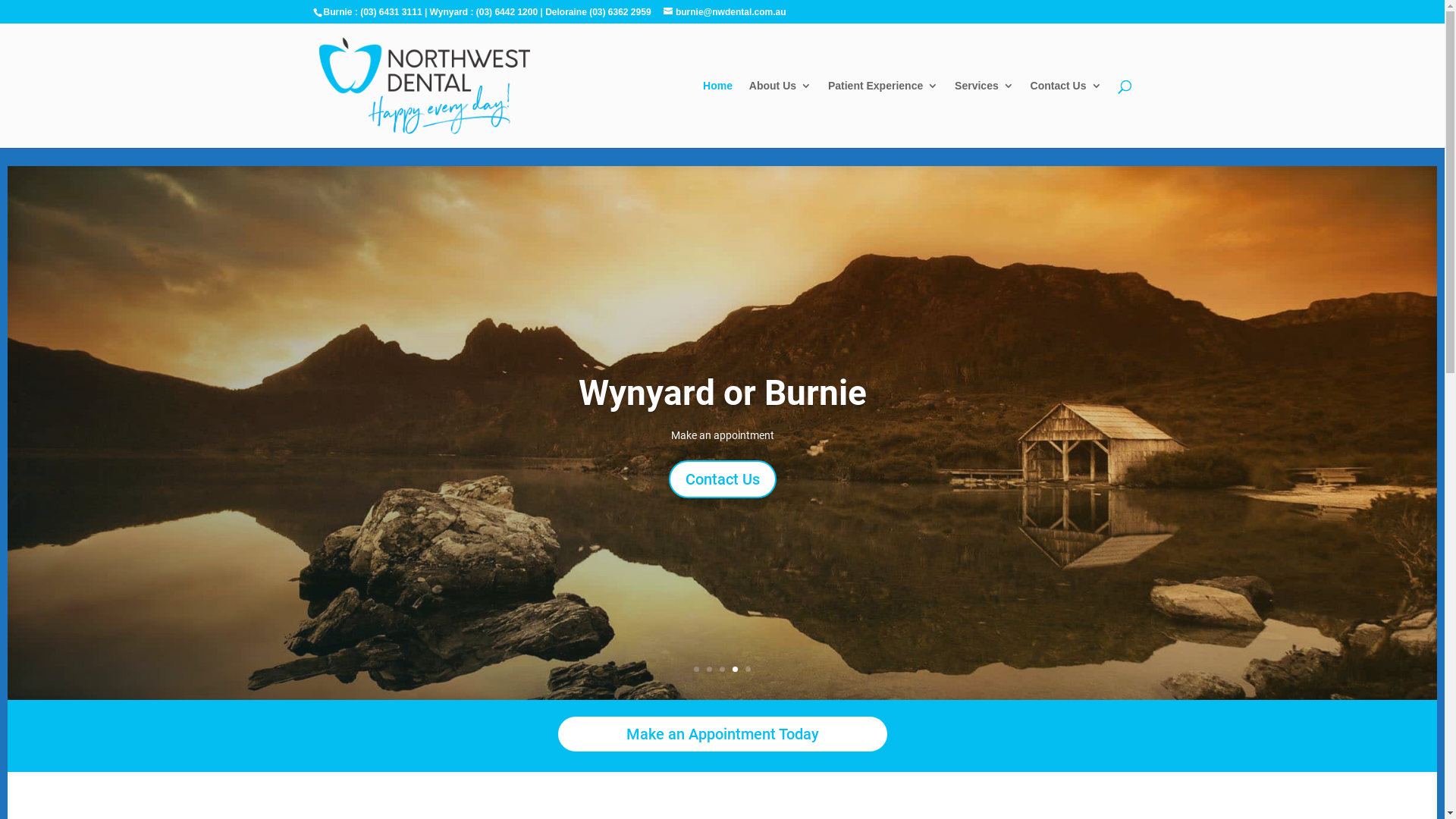  I want to click on '5', so click(748, 668).